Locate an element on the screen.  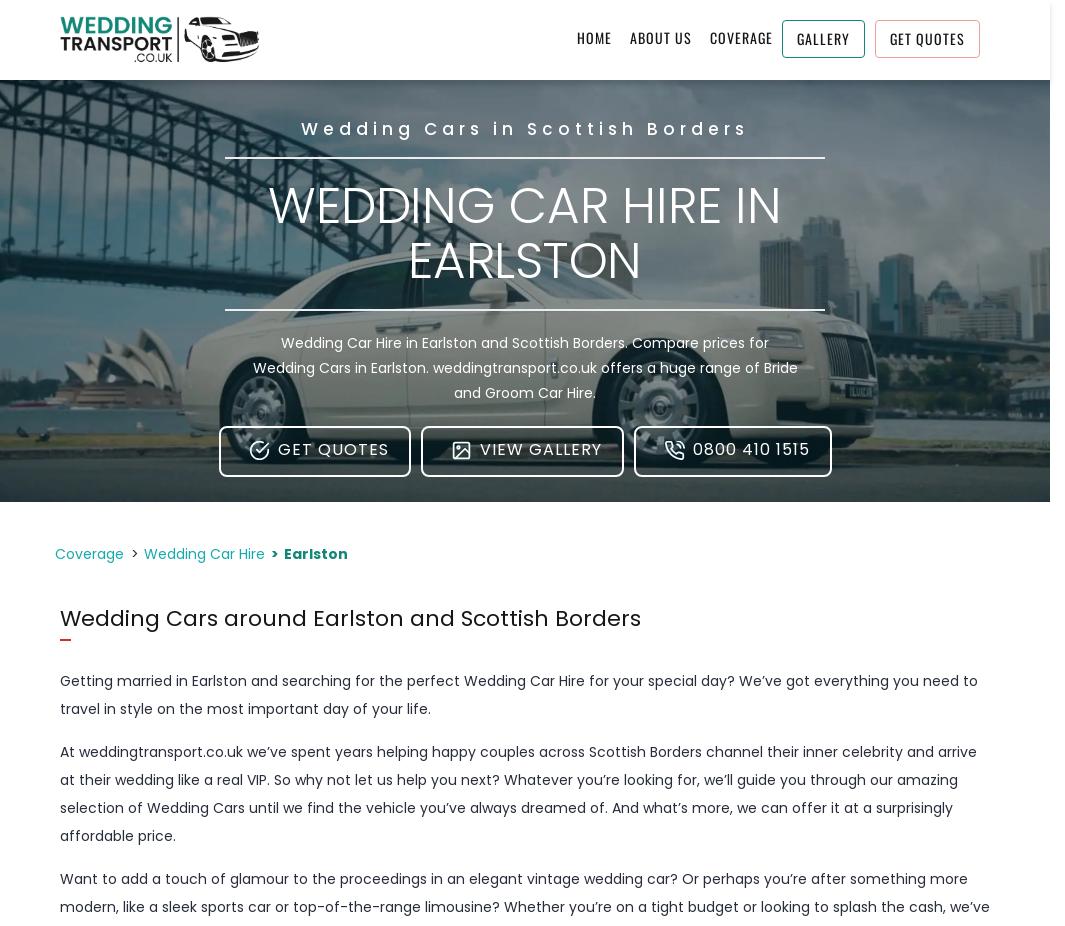
'0800 410 1515' is located at coordinates (750, 449).